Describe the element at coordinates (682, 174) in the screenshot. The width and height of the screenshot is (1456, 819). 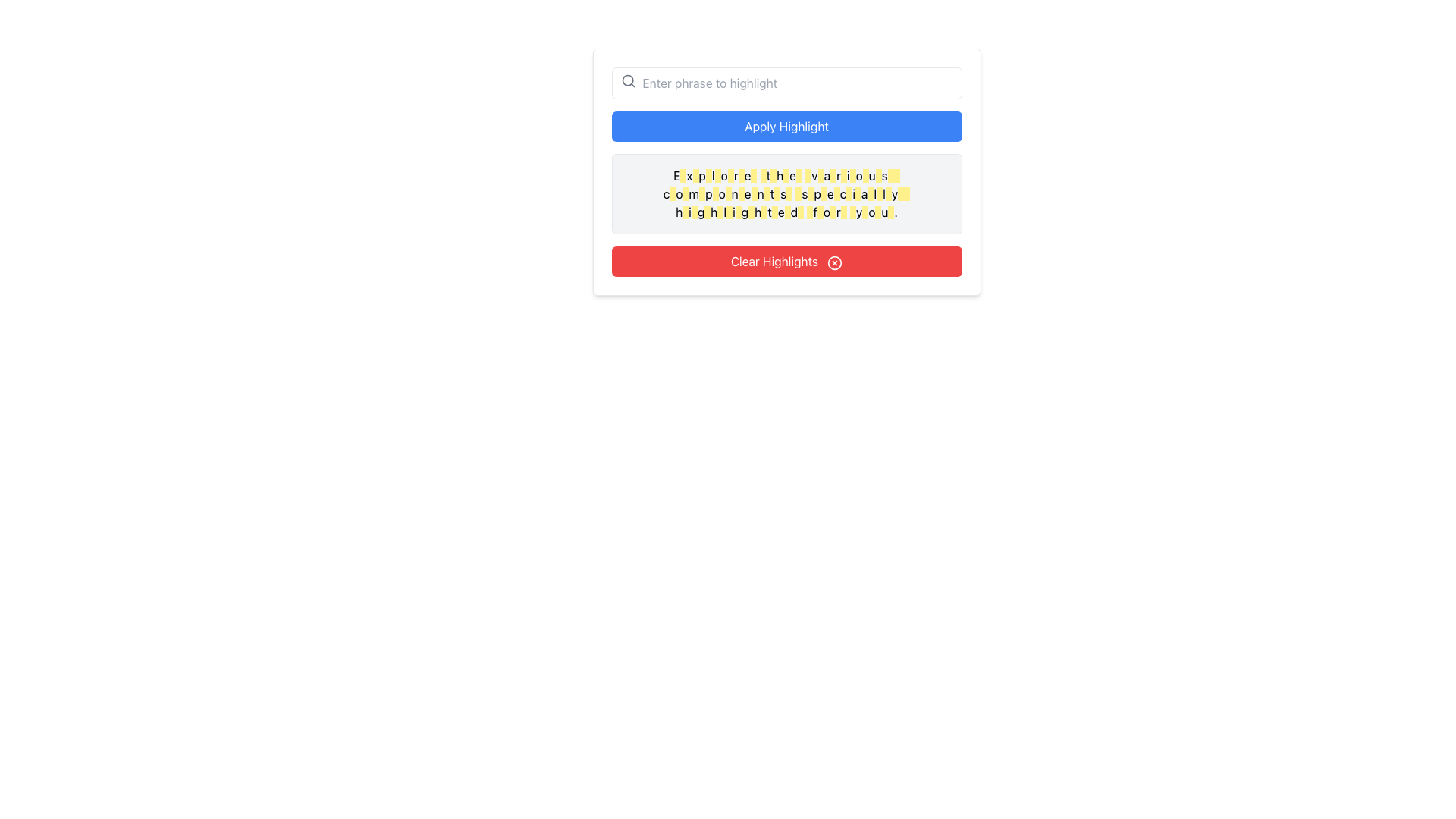
I see `the Highlight marker, which is the first highlighted block in the phrase 'Explore the various components specially highlighted for you.'` at that location.